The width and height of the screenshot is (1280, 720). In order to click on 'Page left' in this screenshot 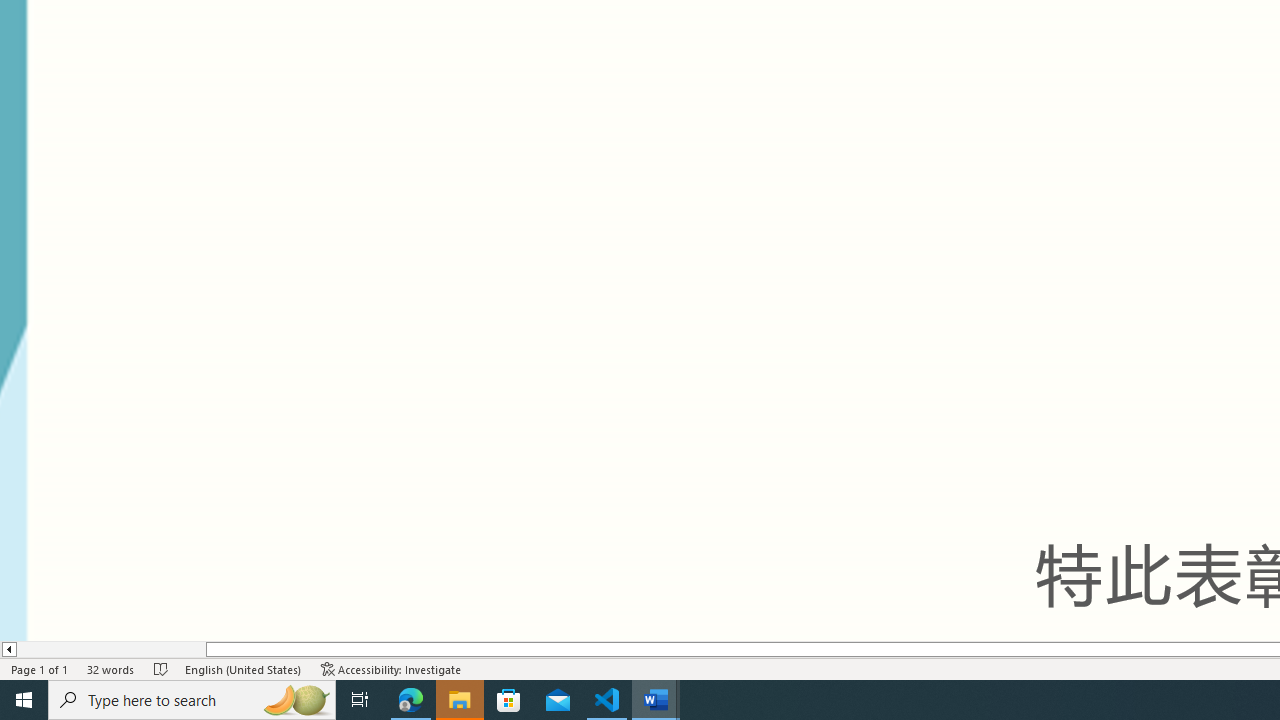, I will do `click(110, 649)`.